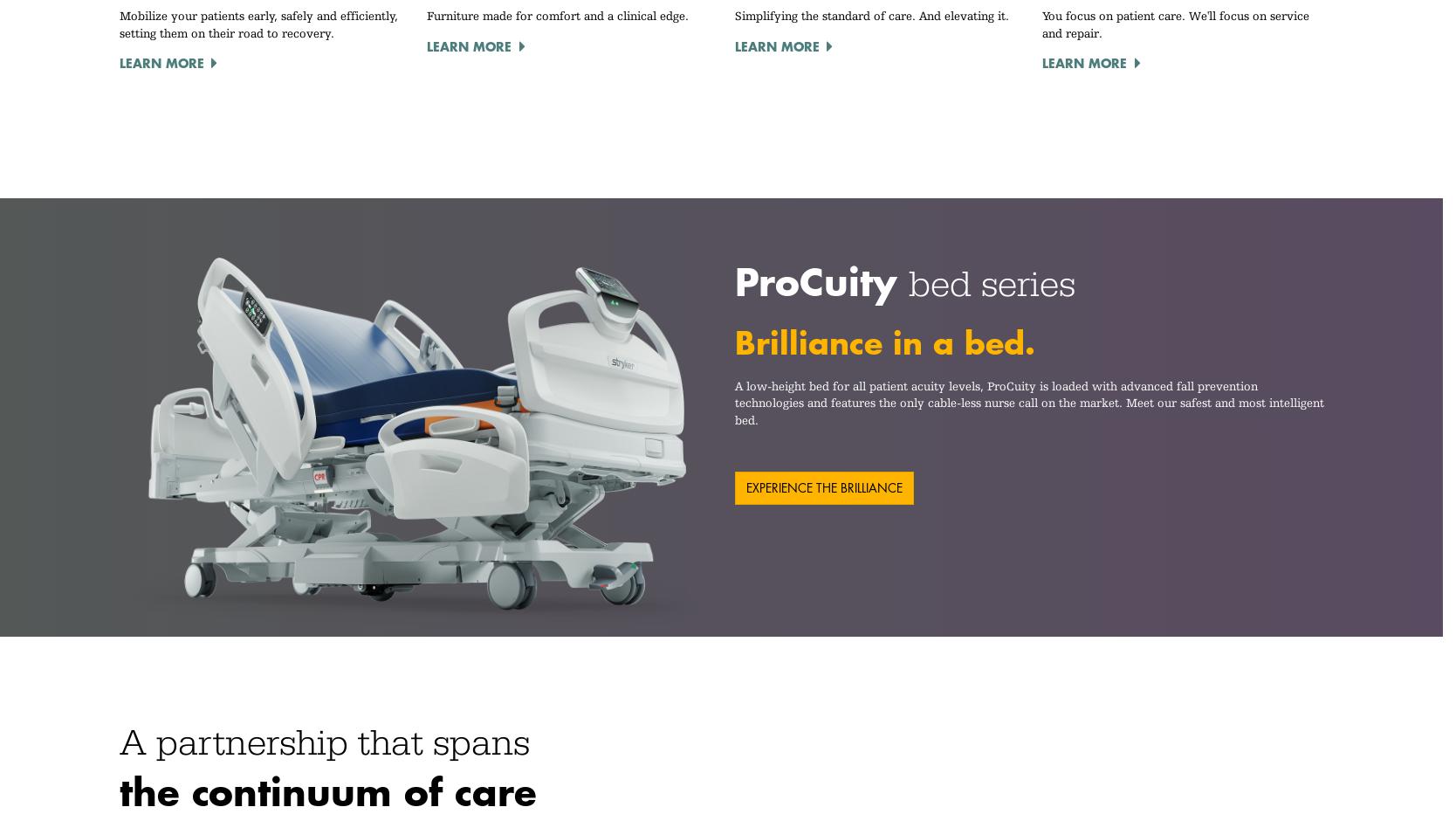 The image size is (1456, 821). Describe the element at coordinates (745, 487) in the screenshot. I see `'Experience the brilliance'` at that location.